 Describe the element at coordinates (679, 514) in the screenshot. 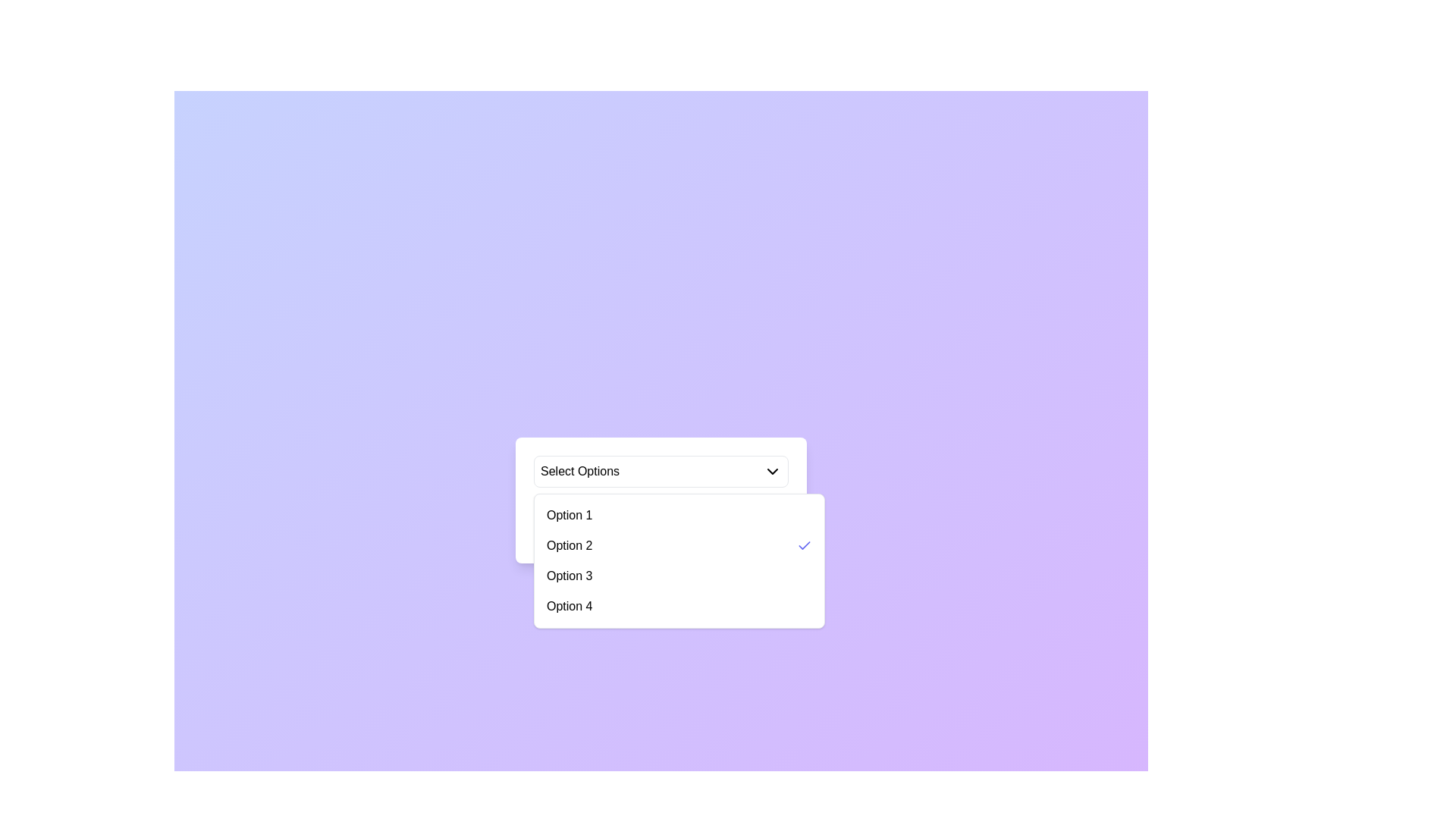

I see `the selectable menu item labeled 'Option 1'` at that location.